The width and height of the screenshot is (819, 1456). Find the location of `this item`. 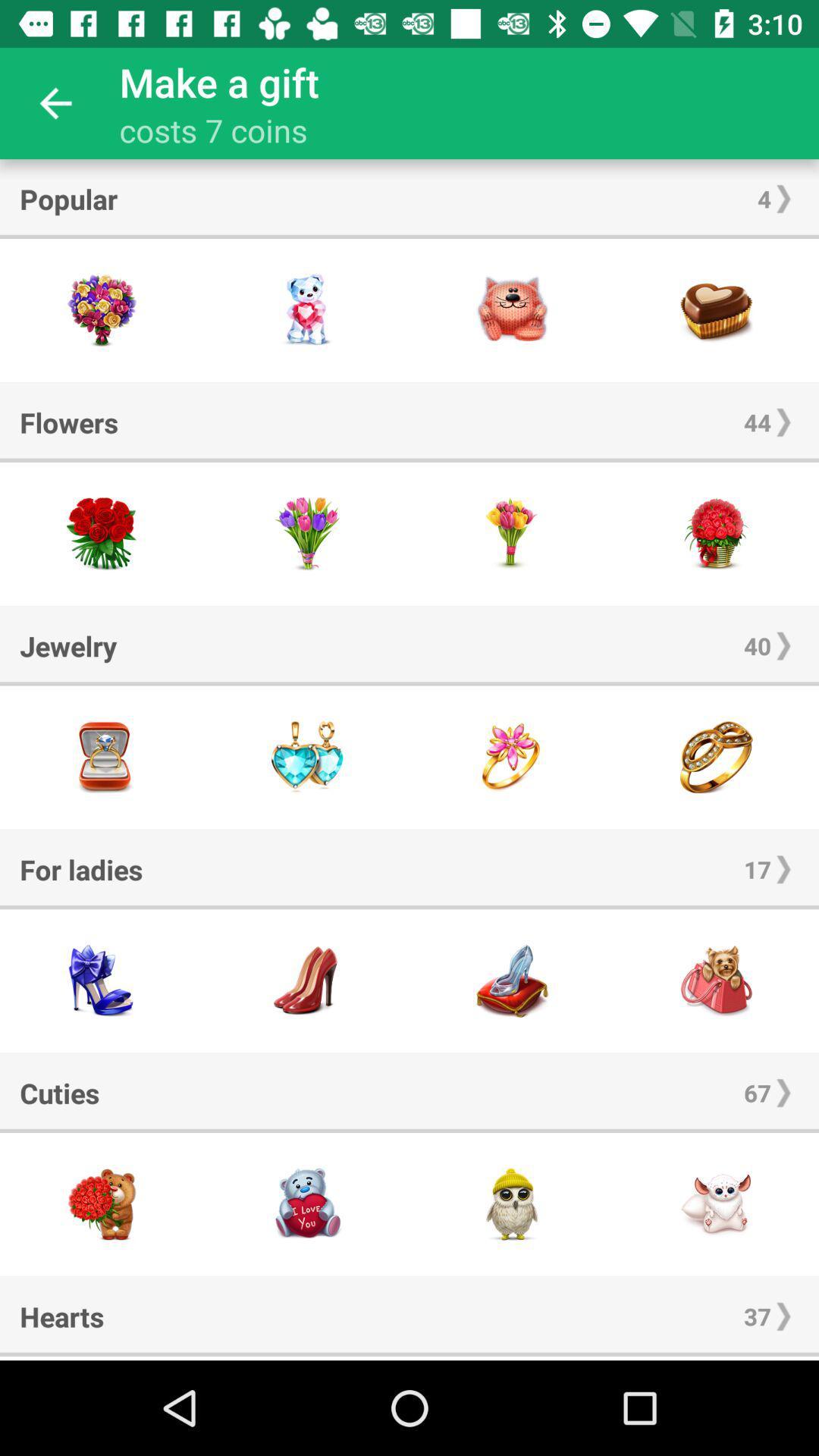

this item is located at coordinates (717, 757).